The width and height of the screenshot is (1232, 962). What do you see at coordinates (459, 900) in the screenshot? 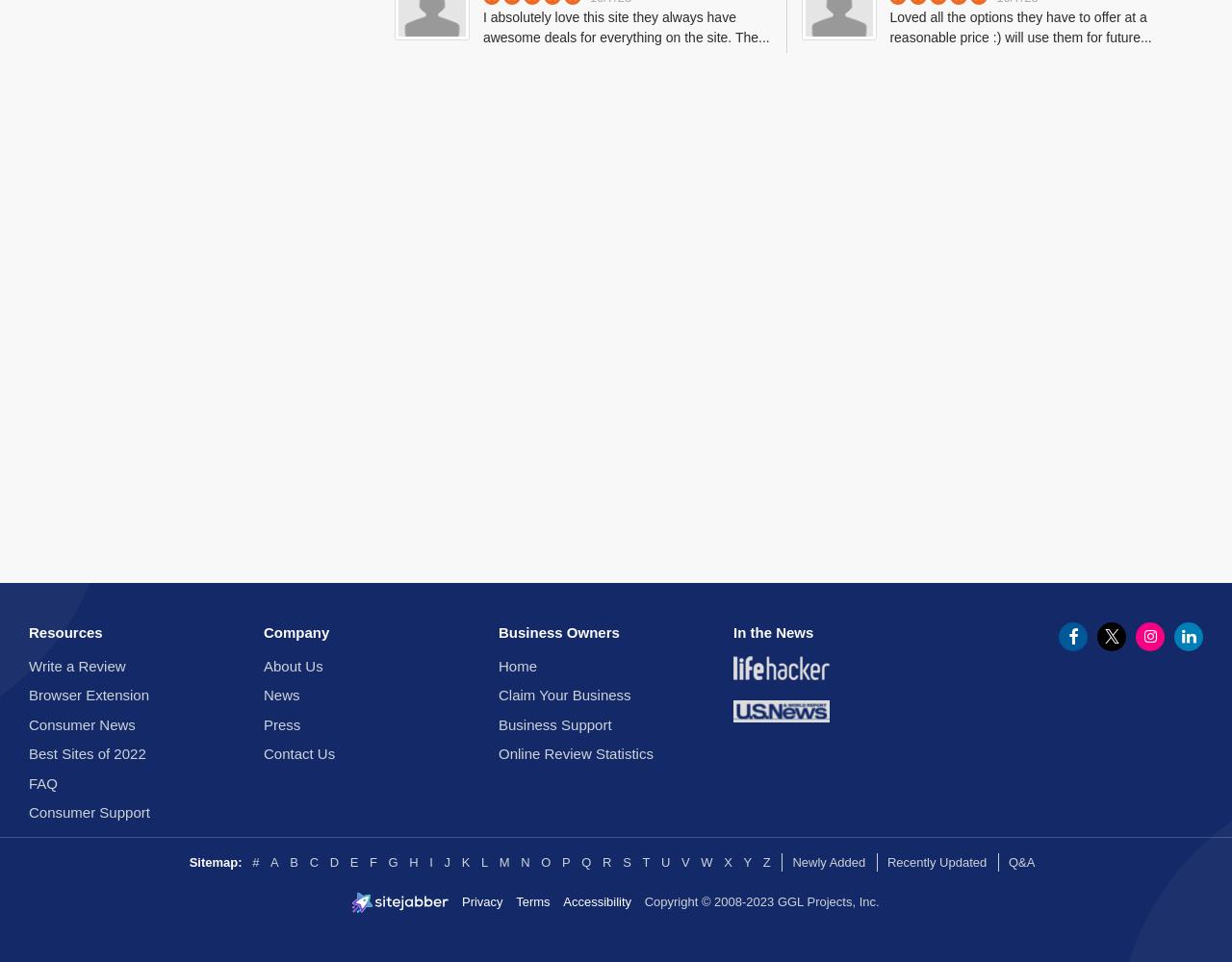
I see `'Privacy'` at bounding box center [459, 900].